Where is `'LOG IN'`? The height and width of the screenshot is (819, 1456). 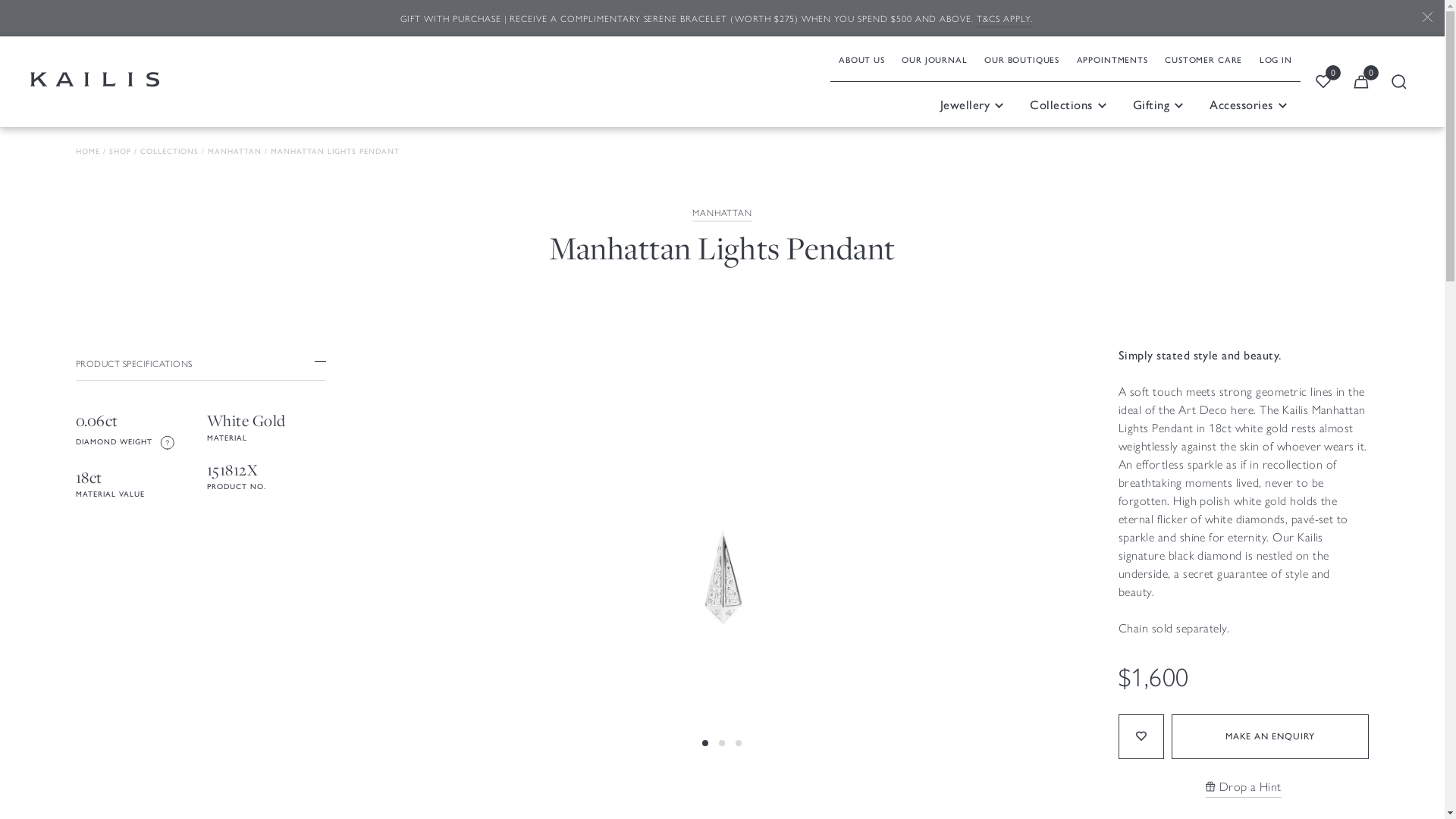
'LOG IN' is located at coordinates (1274, 58).